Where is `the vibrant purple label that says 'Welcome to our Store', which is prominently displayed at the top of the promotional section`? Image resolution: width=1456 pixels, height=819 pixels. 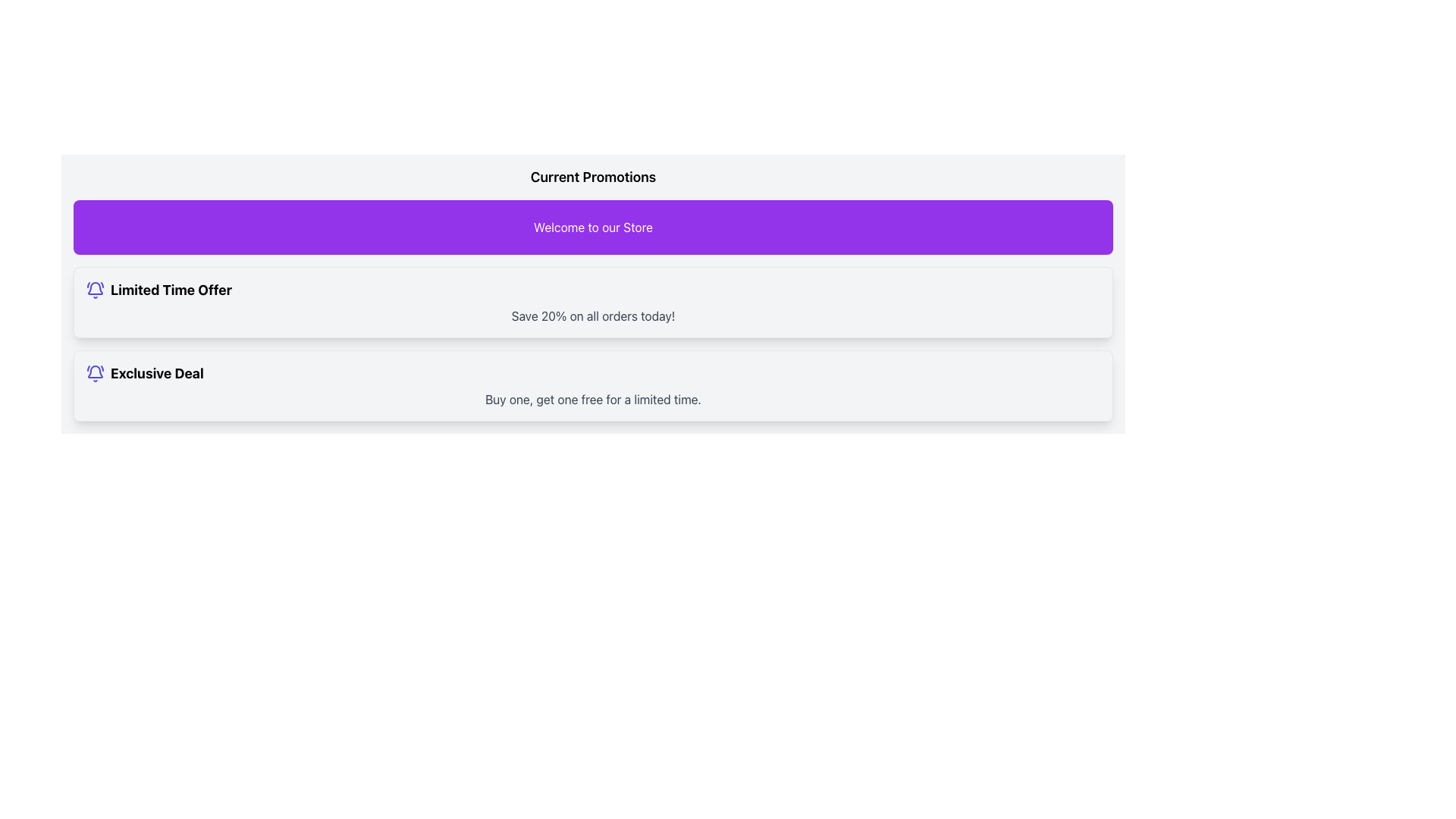
the vibrant purple label that says 'Welcome to our Store', which is prominently displayed at the top of the promotional section is located at coordinates (592, 227).